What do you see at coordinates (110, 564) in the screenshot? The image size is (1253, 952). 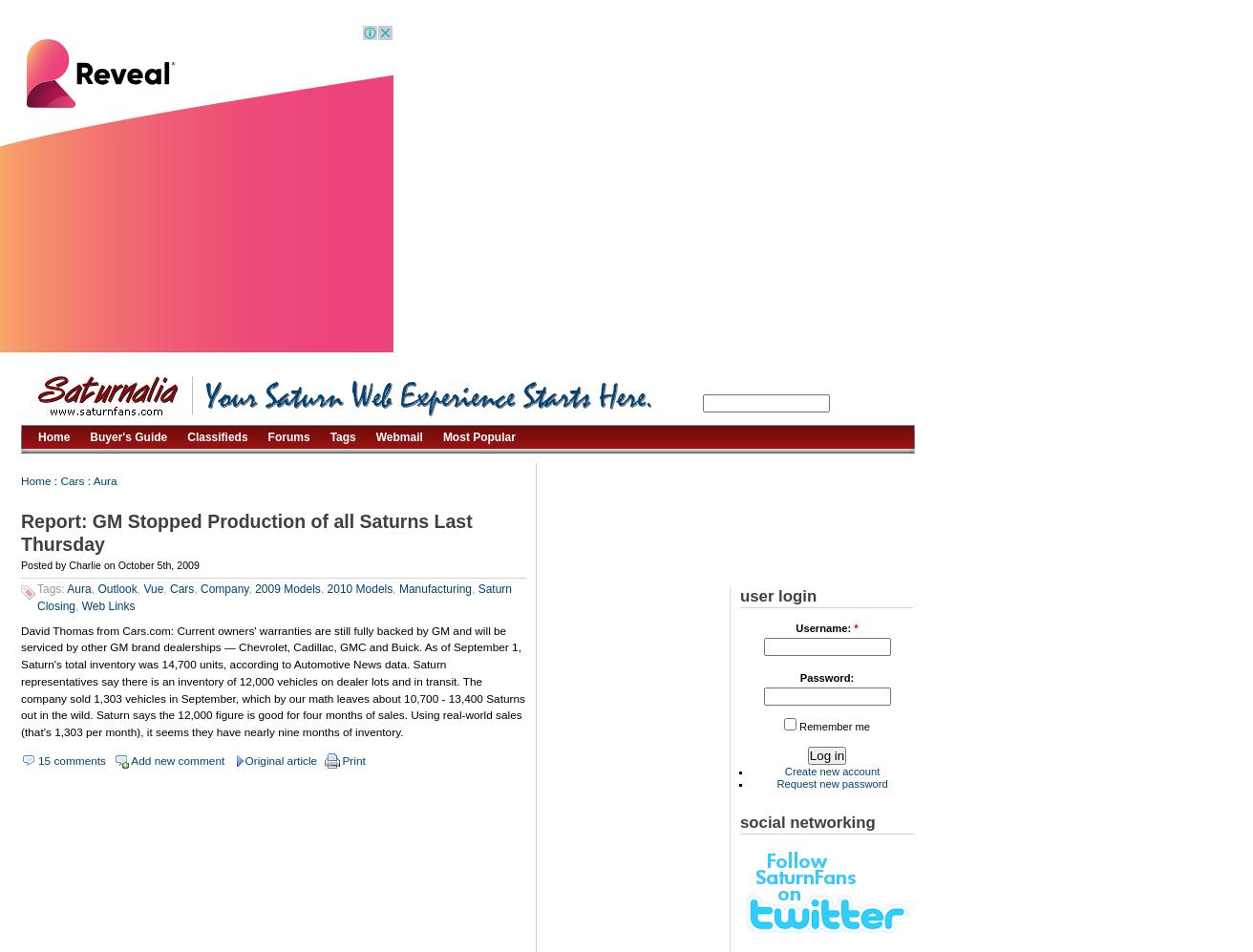 I see `'Posted  by Charlie on October 5th, 2009'` at bounding box center [110, 564].